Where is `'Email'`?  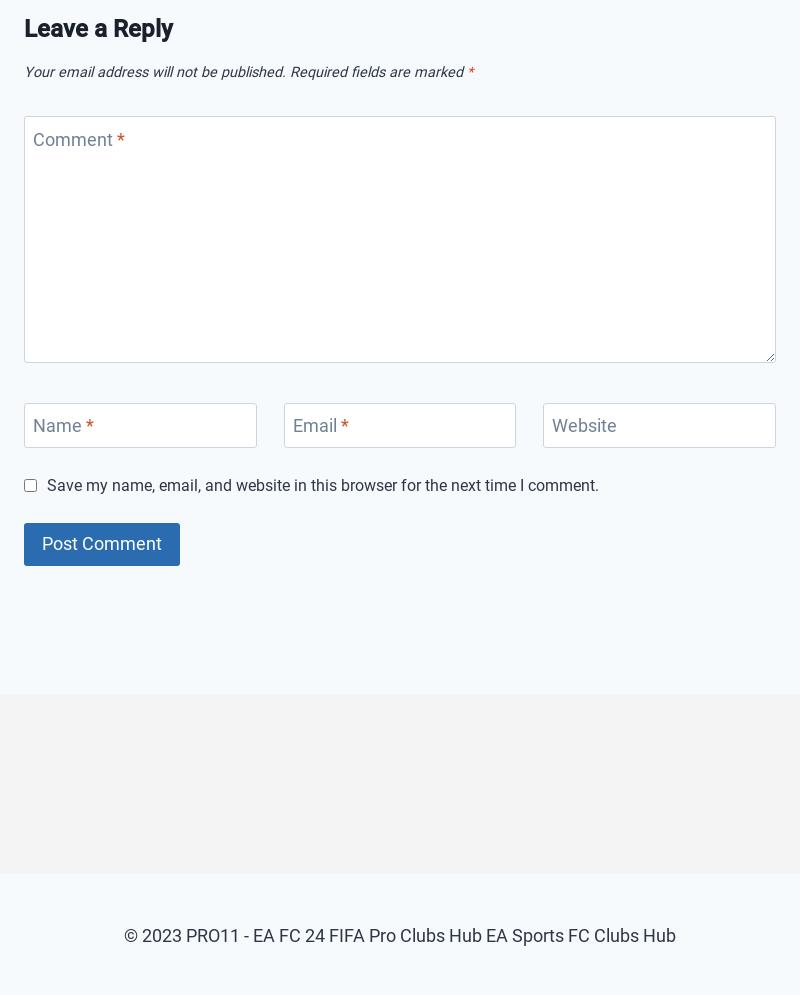
'Email' is located at coordinates (315, 424).